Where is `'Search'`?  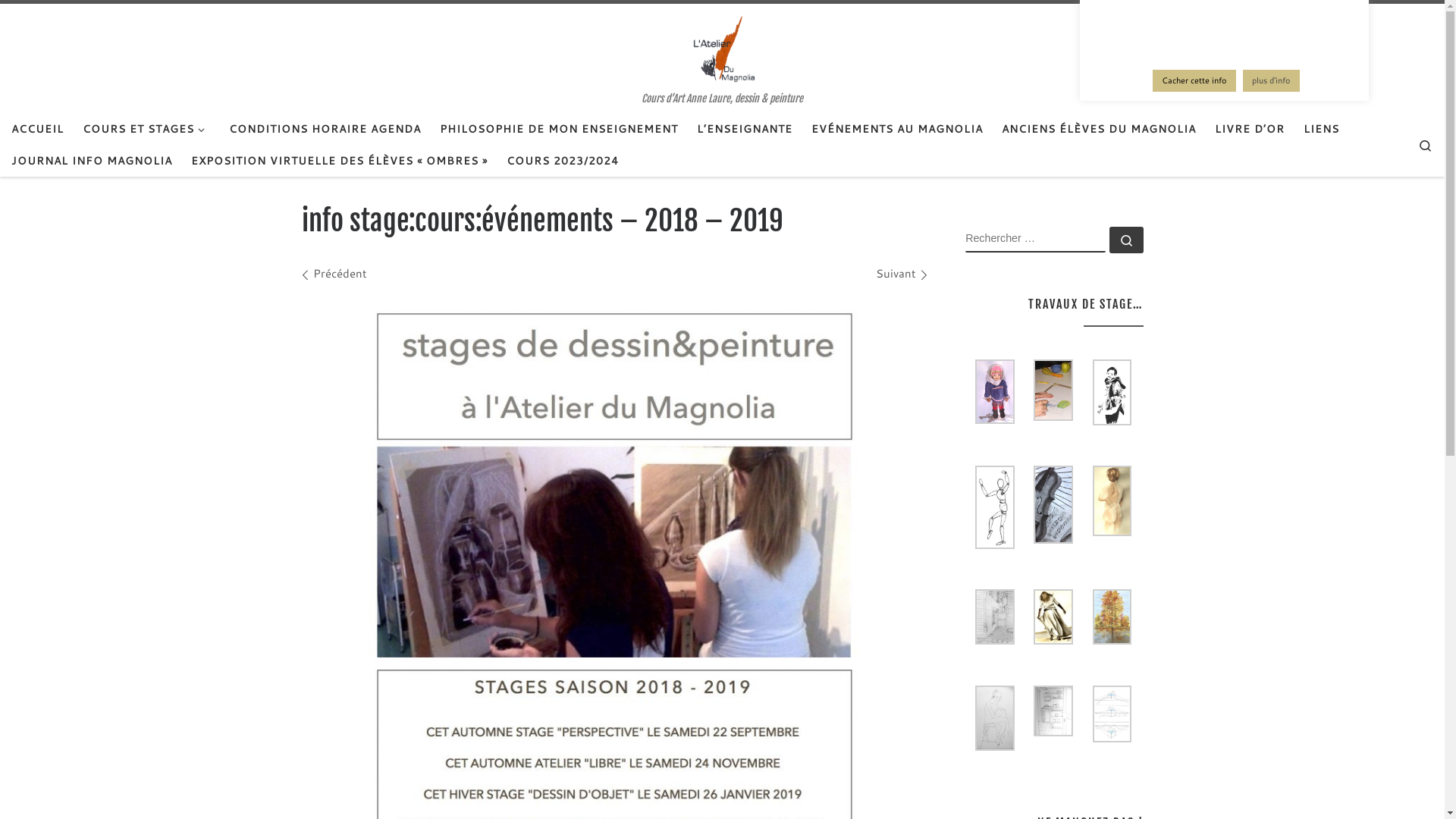 'Search' is located at coordinates (1424, 144).